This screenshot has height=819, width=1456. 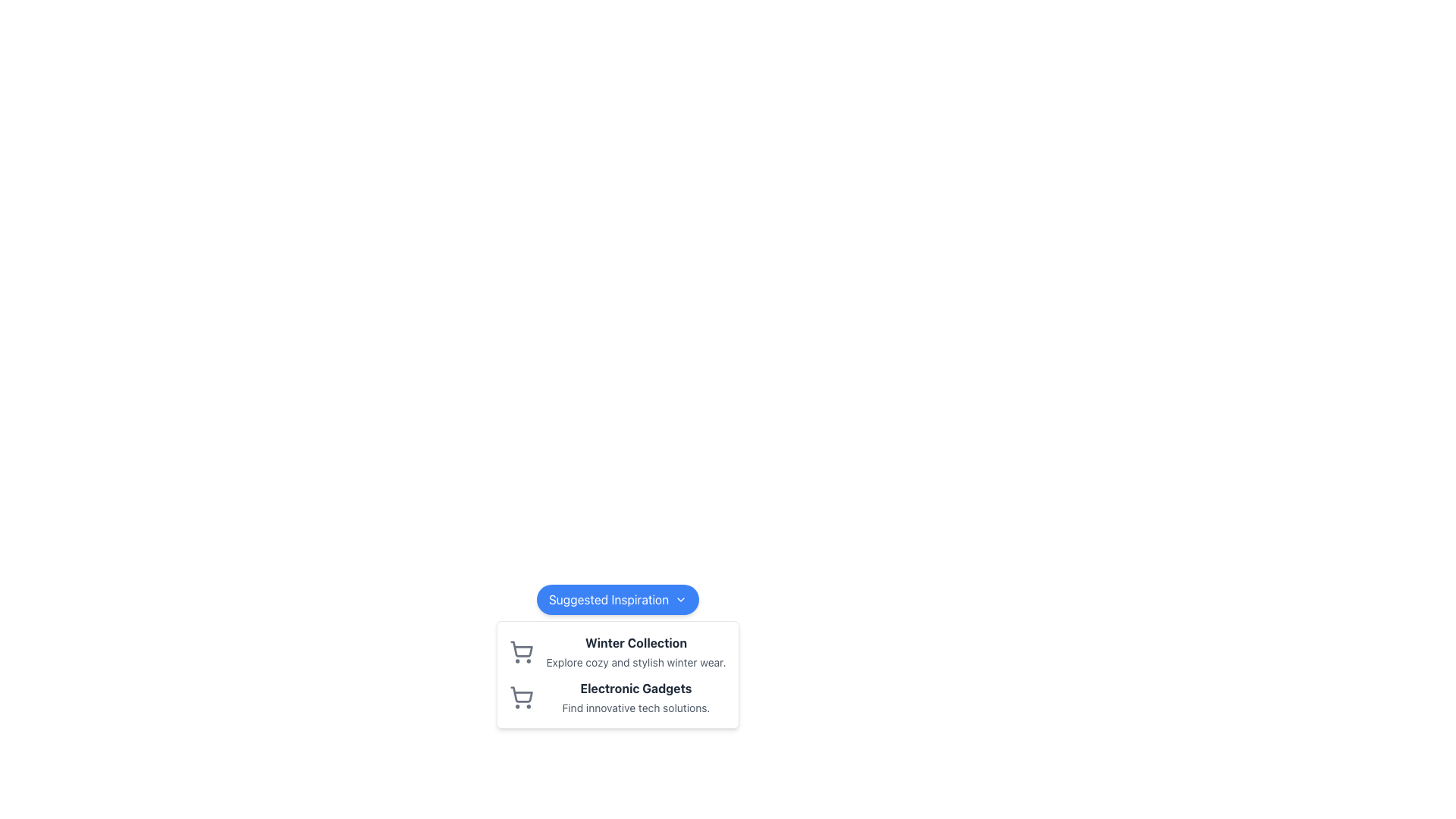 I want to click on the 'Electronic Gadgets' icon, which visually indicates the section for shopping or product selection related, so click(x=521, y=698).